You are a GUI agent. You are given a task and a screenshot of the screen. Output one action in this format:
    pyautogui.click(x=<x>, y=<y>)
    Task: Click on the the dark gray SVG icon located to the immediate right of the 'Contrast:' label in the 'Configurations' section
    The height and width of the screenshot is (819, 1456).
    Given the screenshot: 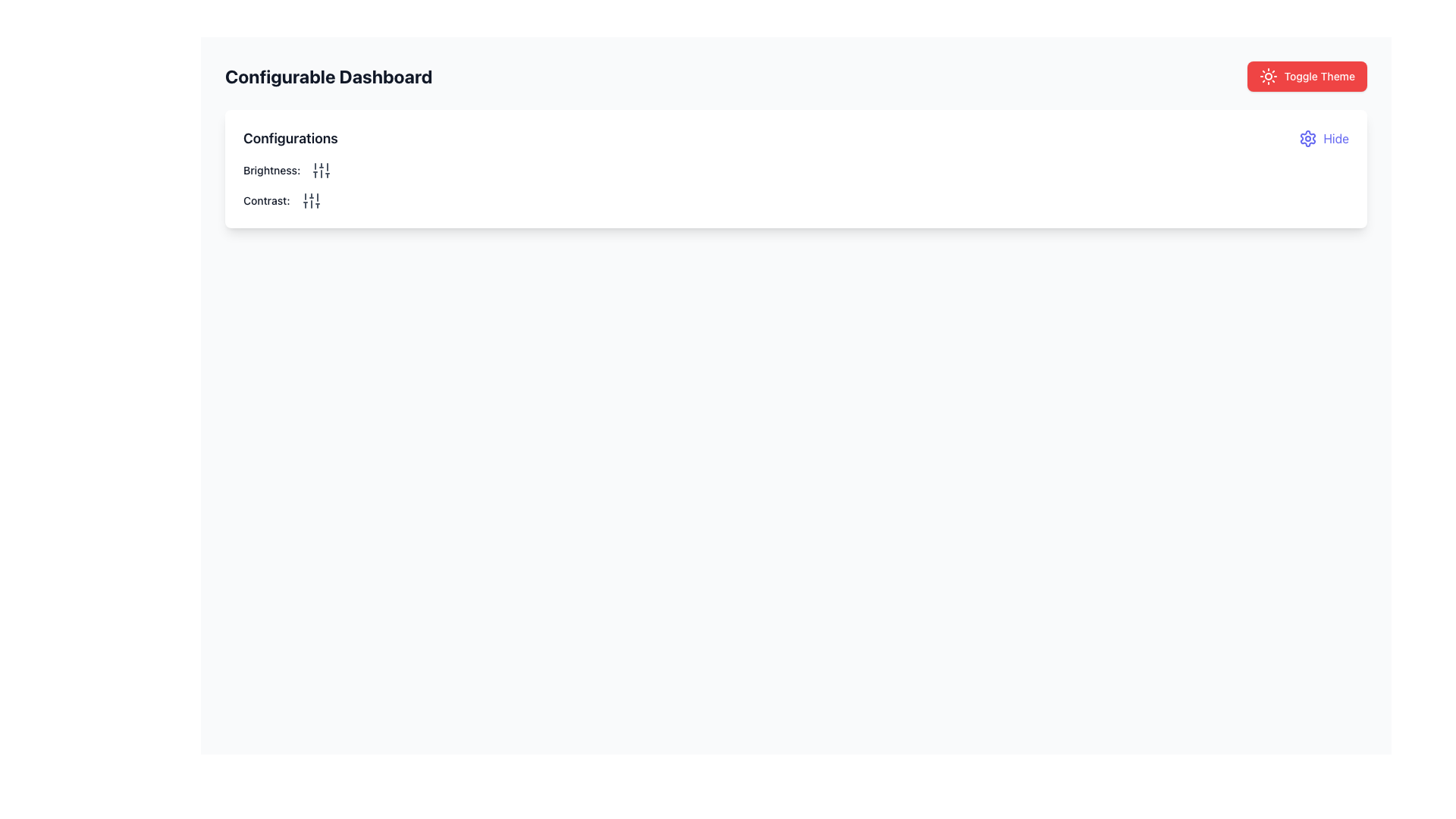 What is the action you would take?
    pyautogui.click(x=310, y=200)
    